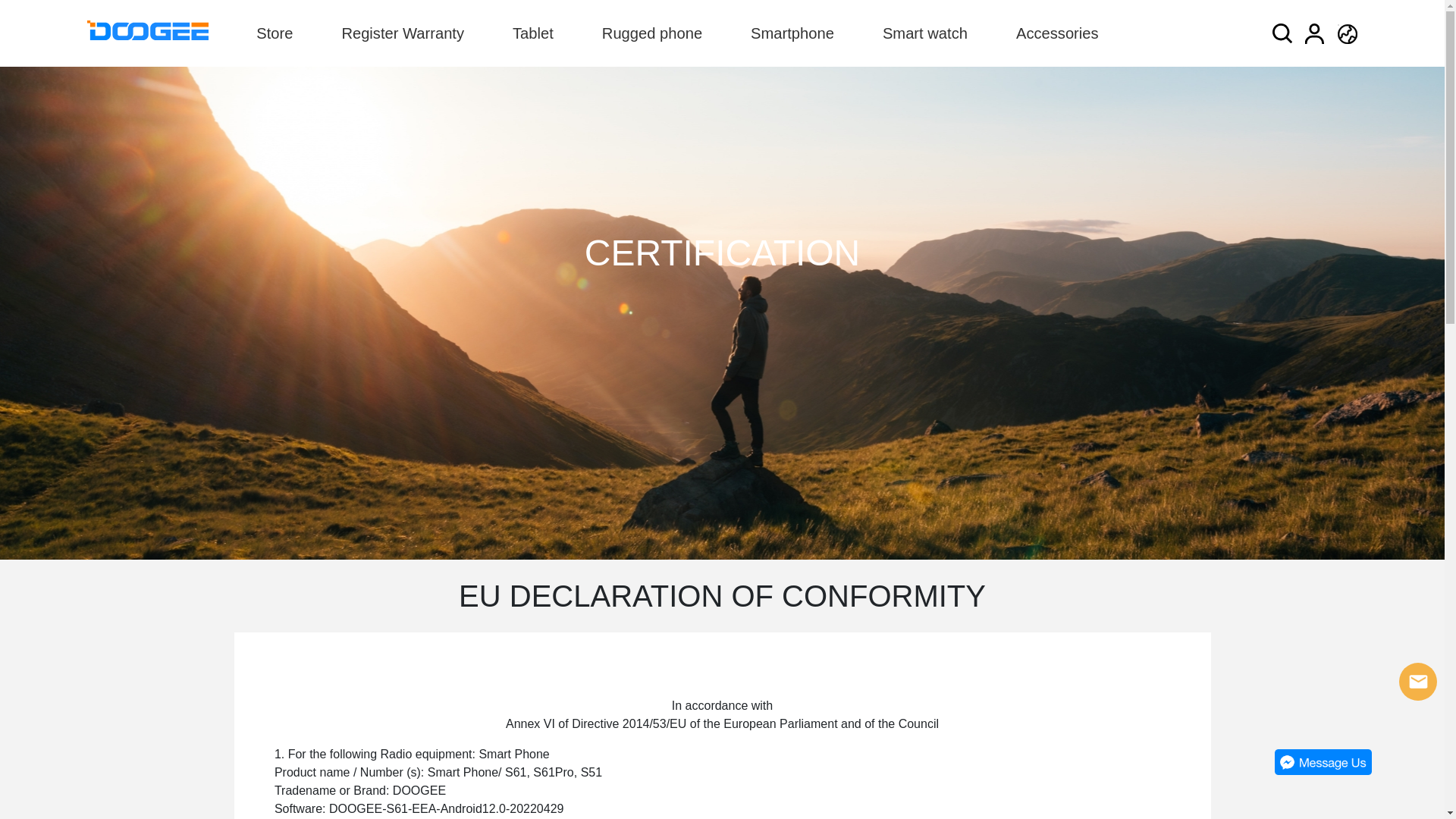 The height and width of the screenshot is (819, 1456). Describe the element at coordinates (651, 33) in the screenshot. I see `'Rugged phone'` at that location.